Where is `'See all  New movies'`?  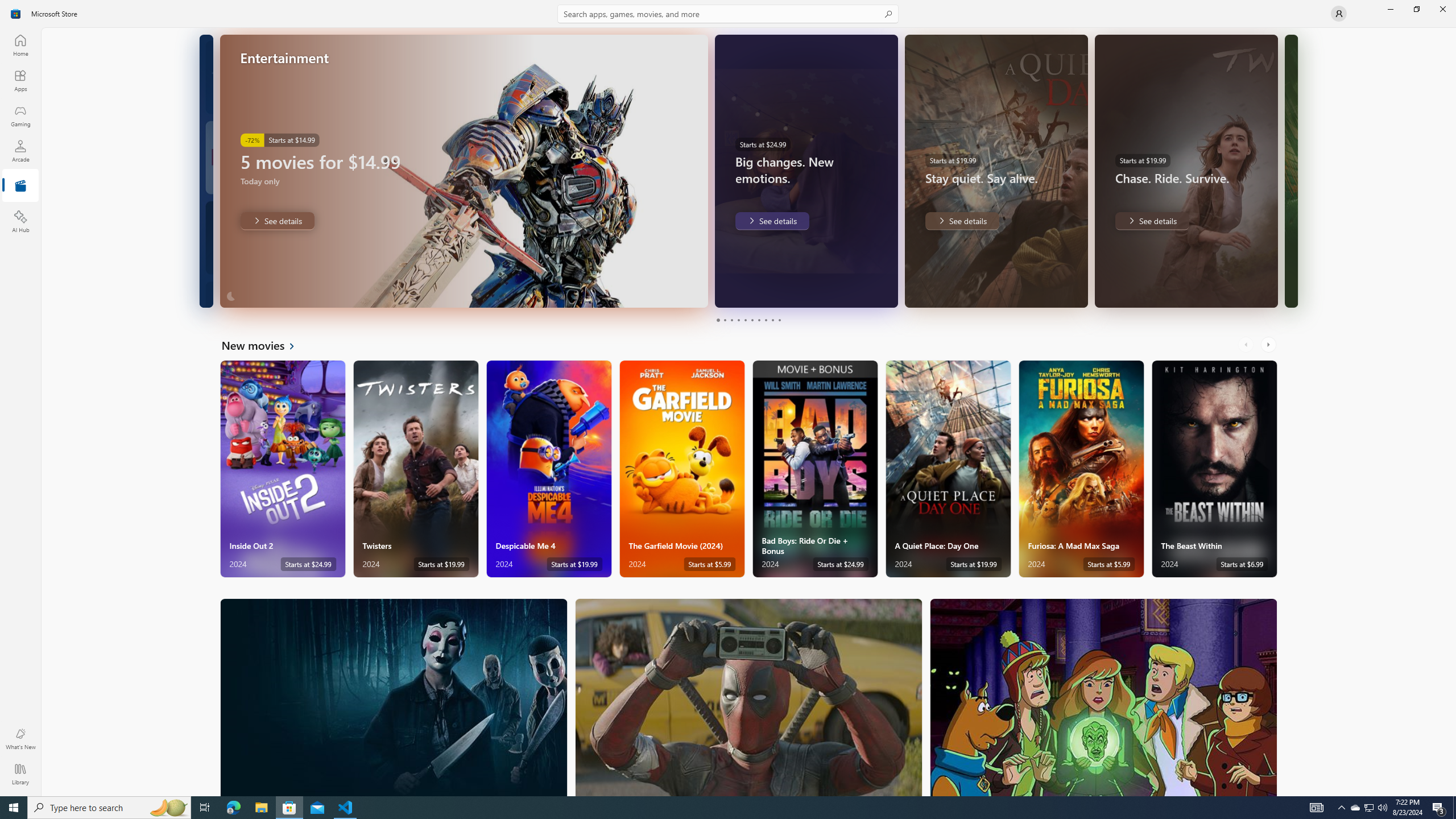 'See all  New movies' is located at coordinates (264, 344).